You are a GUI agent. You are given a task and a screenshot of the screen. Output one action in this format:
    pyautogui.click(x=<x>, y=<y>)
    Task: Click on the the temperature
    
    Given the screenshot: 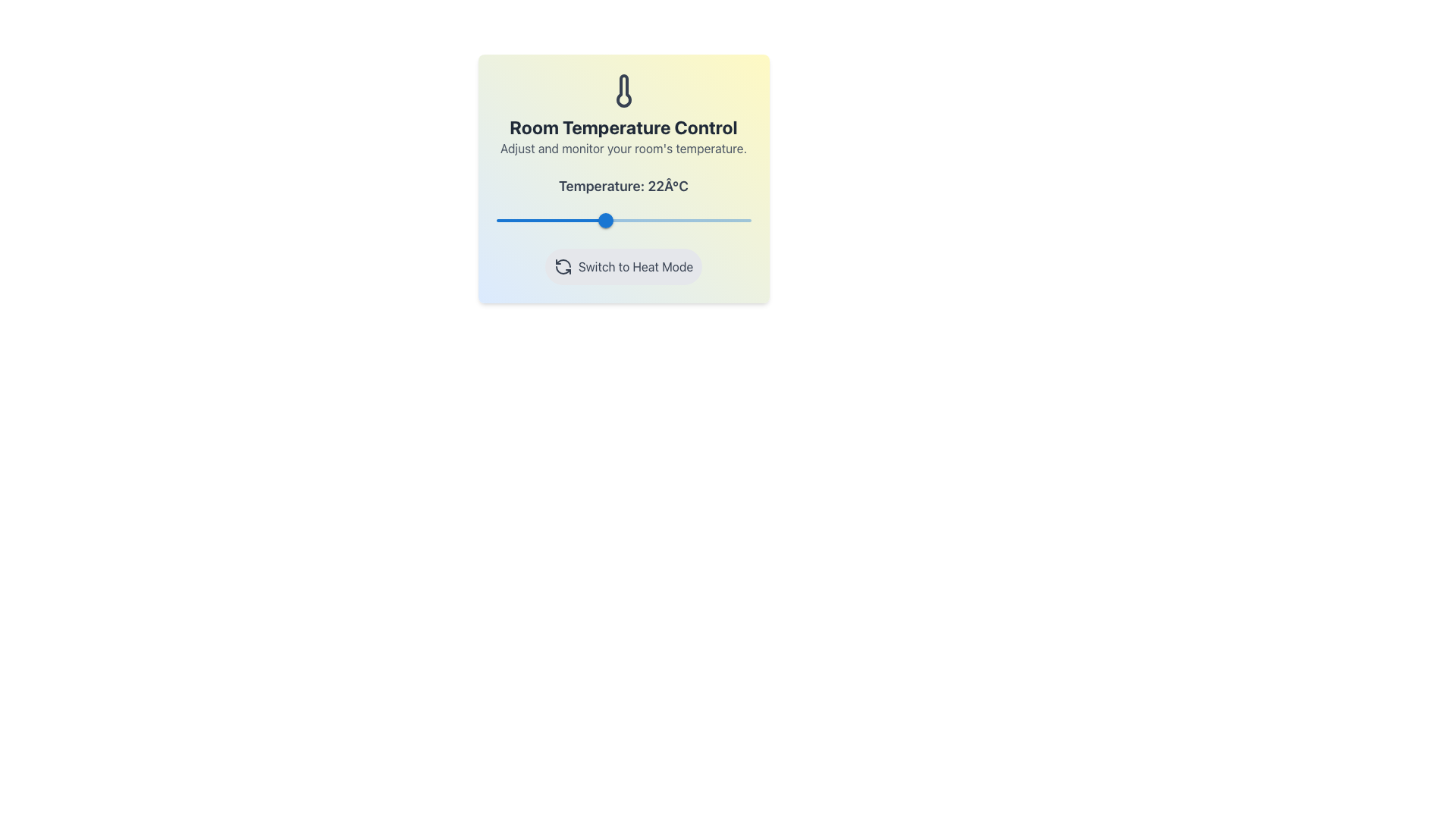 What is the action you would take?
    pyautogui.click(x=602, y=220)
    